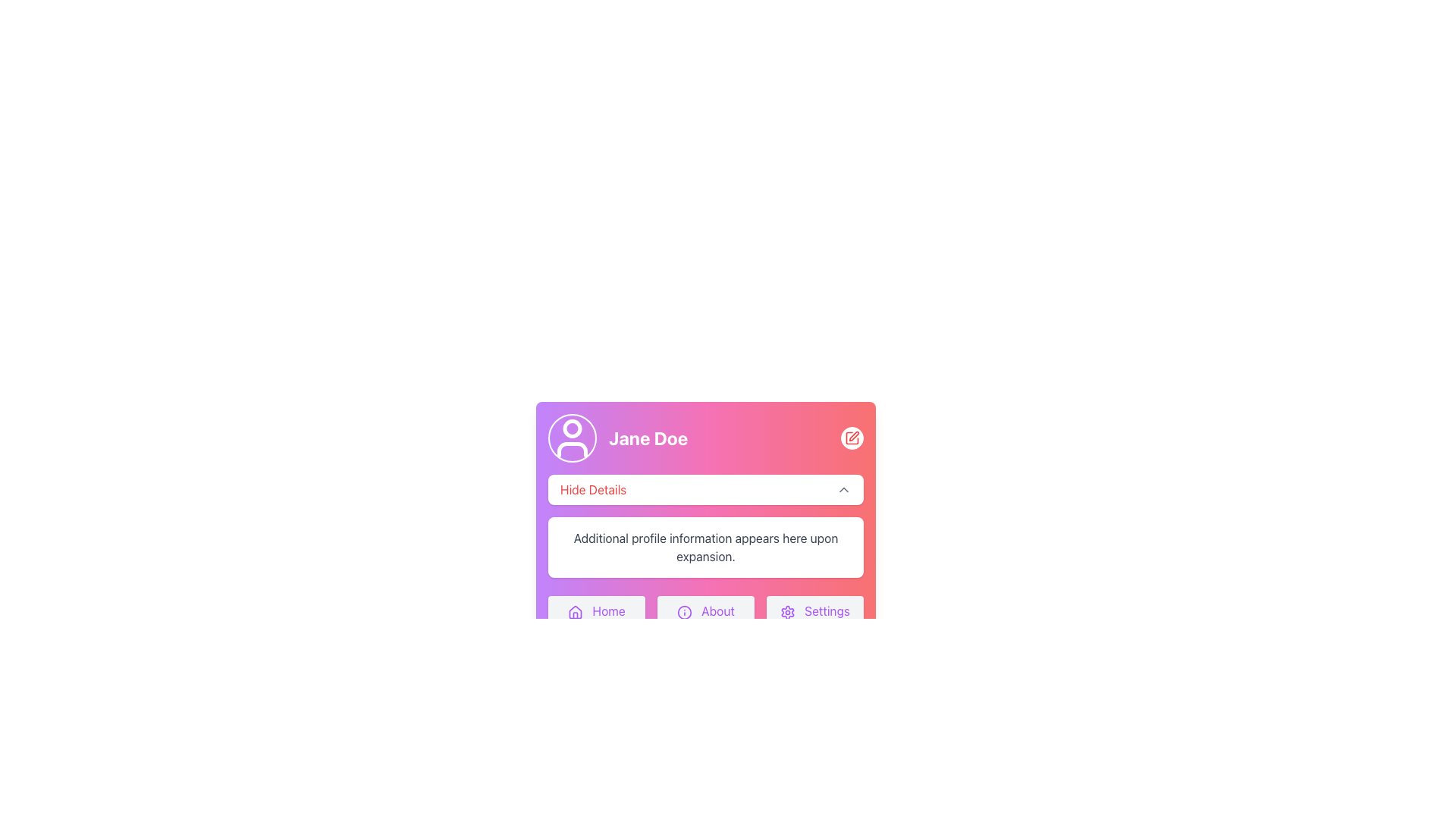 The height and width of the screenshot is (819, 1456). What do you see at coordinates (852, 438) in the screenshot?
I see `the edit icon button located at the top-right corner of the profile card, next to 'Jane Doe'` at bounding box center [852, 438].